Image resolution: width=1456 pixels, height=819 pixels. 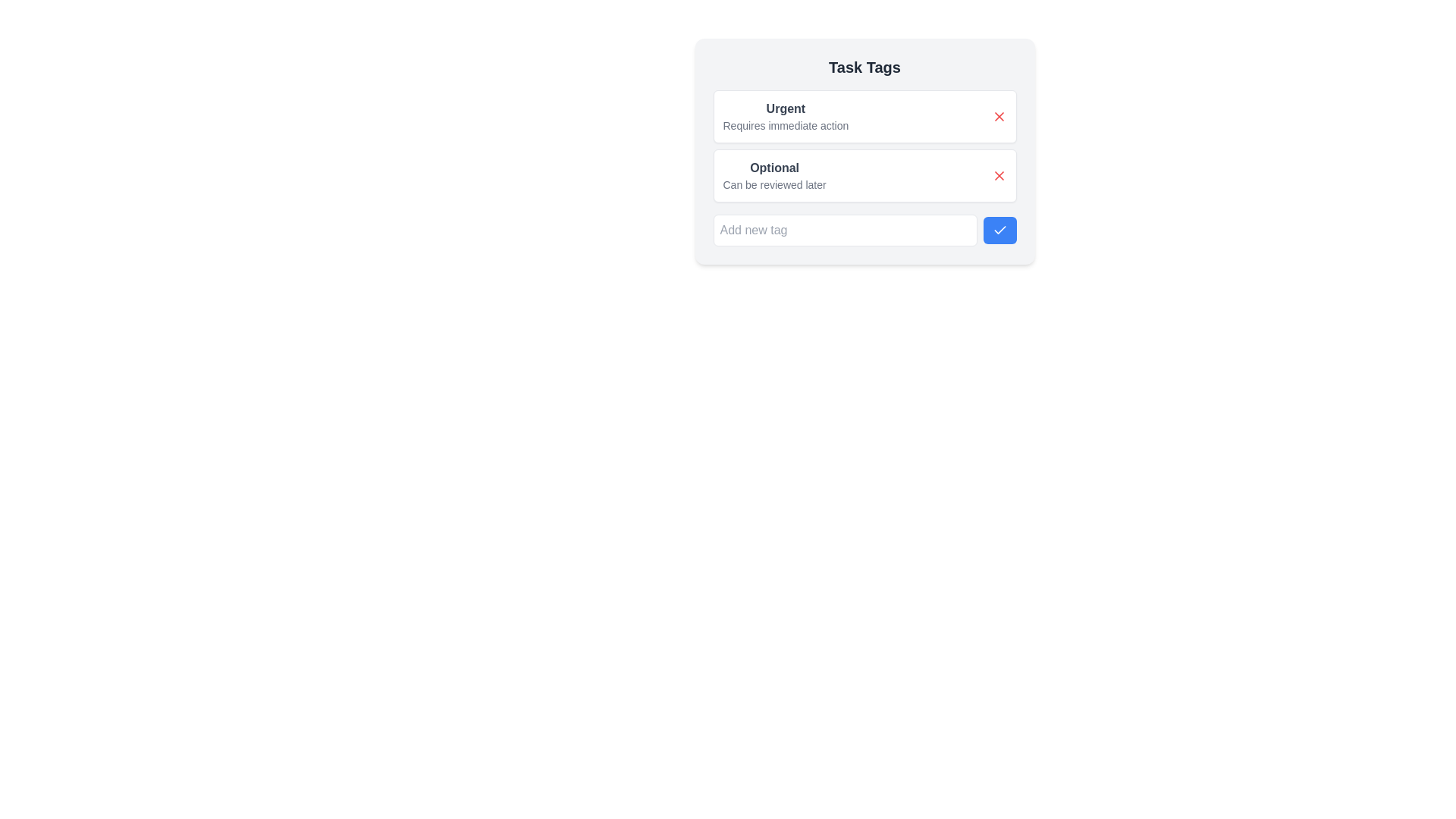 What do you see at coordinates (786, 124) in the screenshot?
I see `the Text label that provides additional descriptive information associated with the 'Urgent' label, located under the bold title 'Urgent' in the 'Task Tags' widget` at bounding box center [786, 124].